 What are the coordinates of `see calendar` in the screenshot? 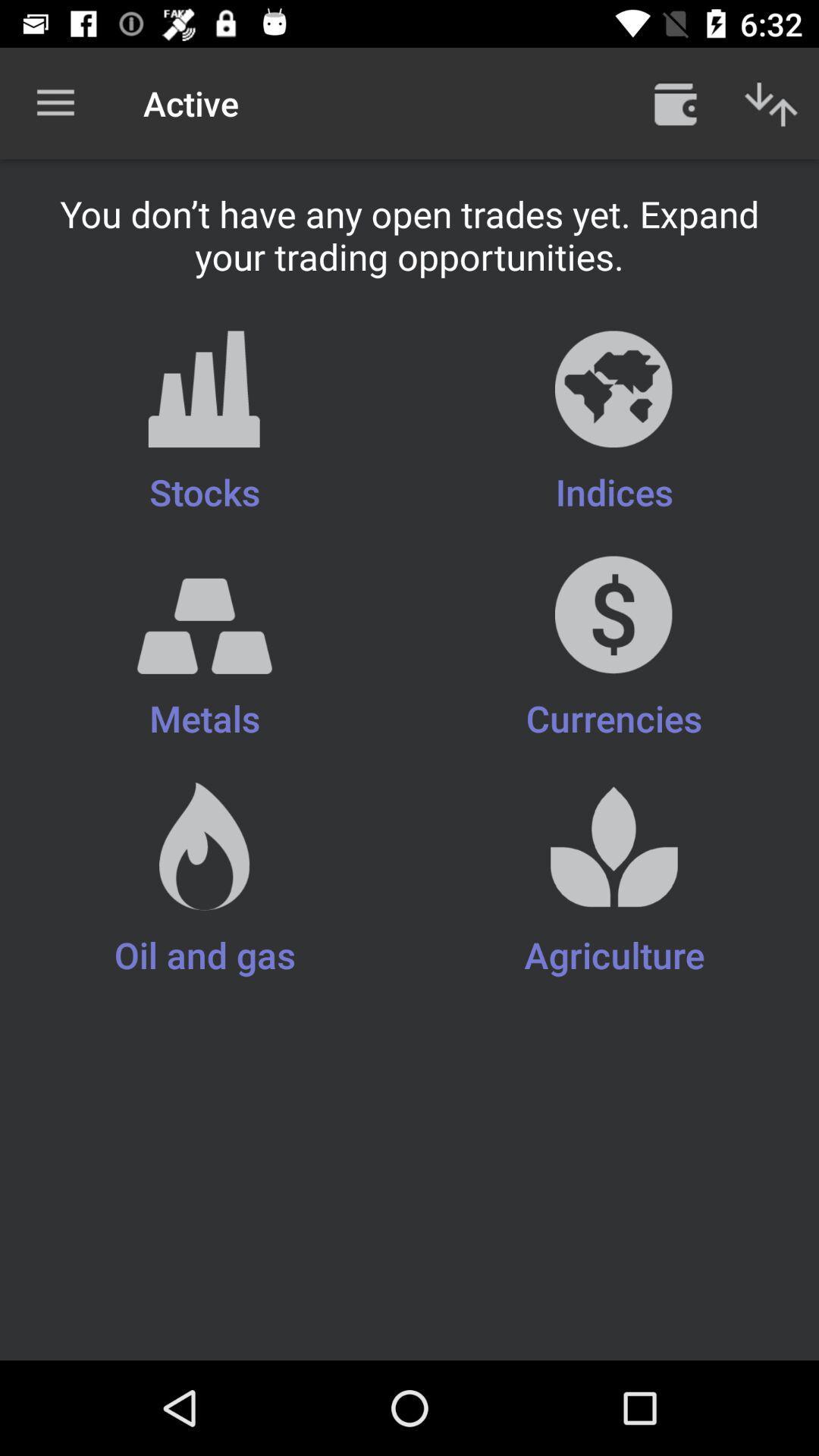 It's located at (675, 102).